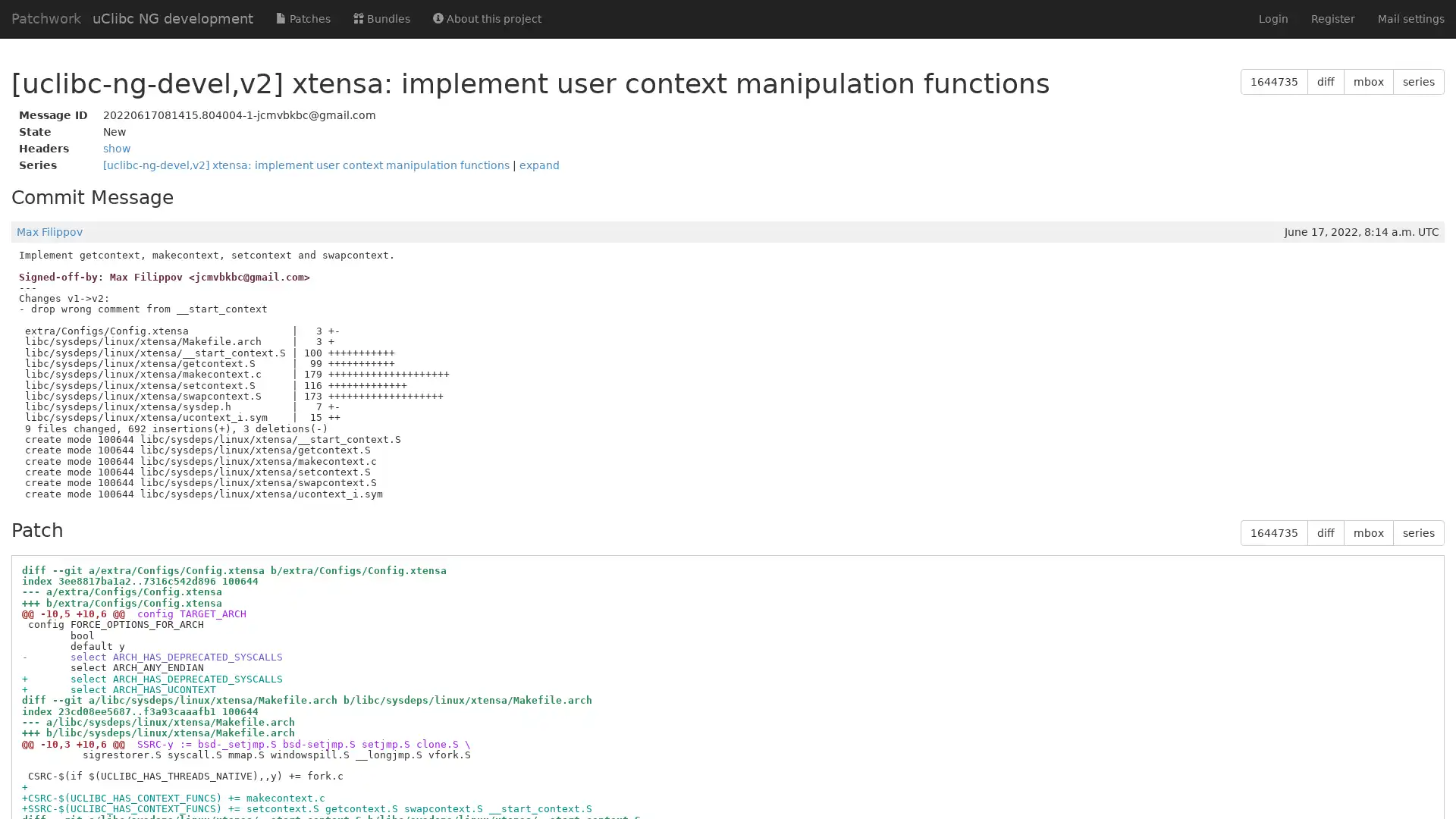 This screenshot has width=1456, height=819. I want to click on 1644735, so click(1274, 532).